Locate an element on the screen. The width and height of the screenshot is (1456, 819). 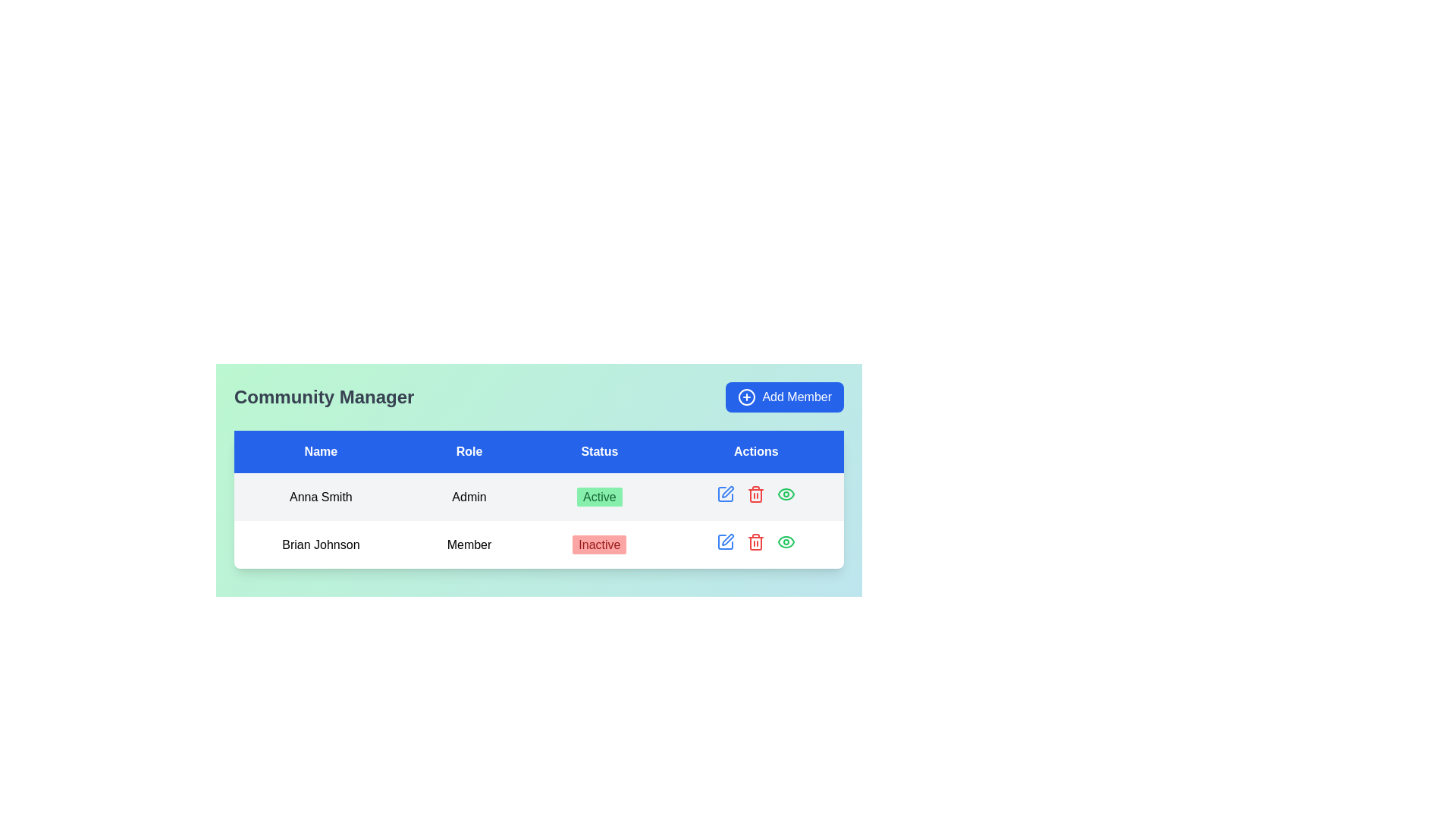
the 'Status' column header label, which is the third header in the table indicating user statuses, located between 'Role' and 'Actions' is located at coordinates (598, 451).